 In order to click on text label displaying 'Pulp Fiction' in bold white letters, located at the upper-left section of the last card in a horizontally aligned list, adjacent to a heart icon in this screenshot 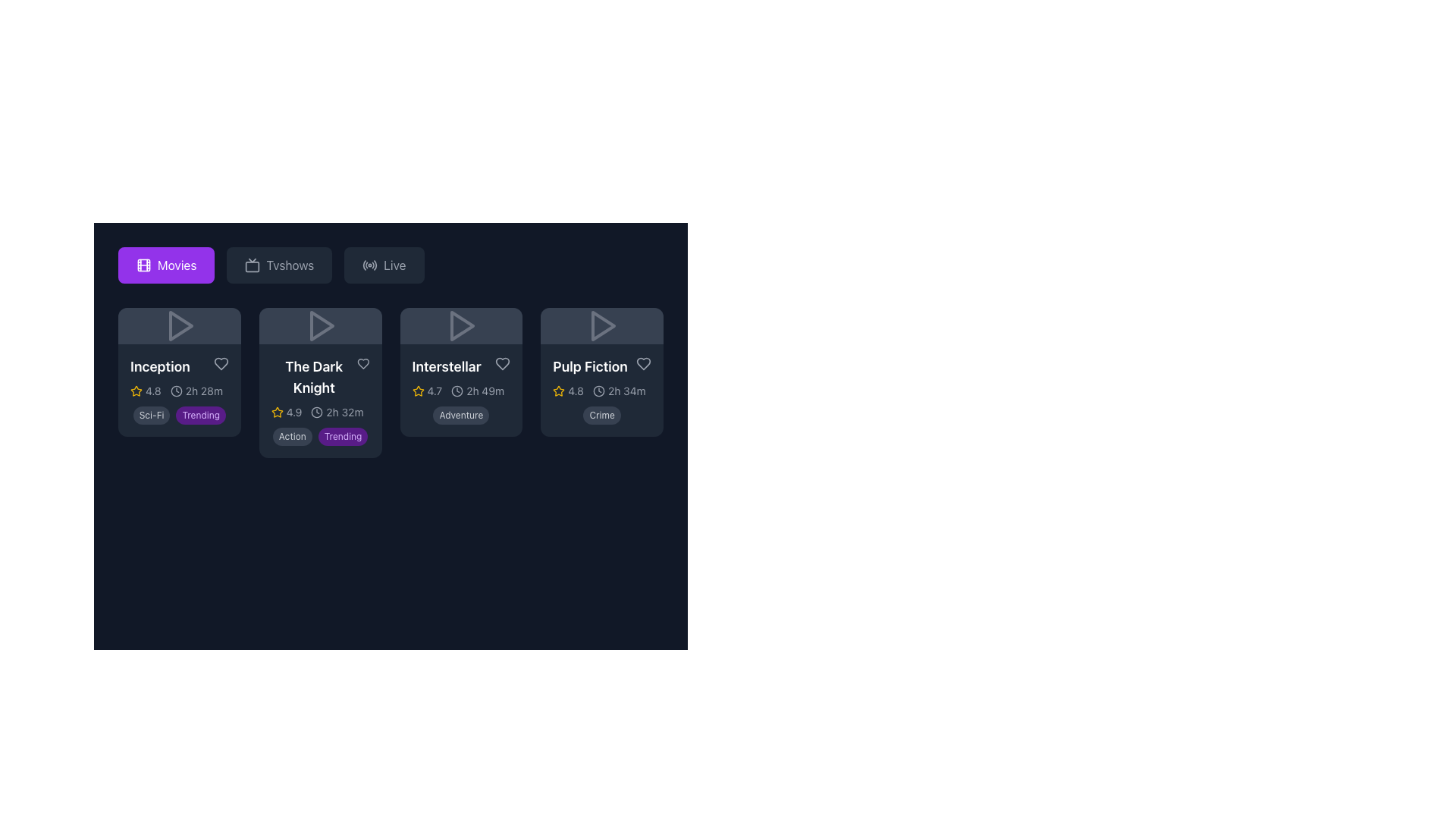, I will do `click(601, 366)`.